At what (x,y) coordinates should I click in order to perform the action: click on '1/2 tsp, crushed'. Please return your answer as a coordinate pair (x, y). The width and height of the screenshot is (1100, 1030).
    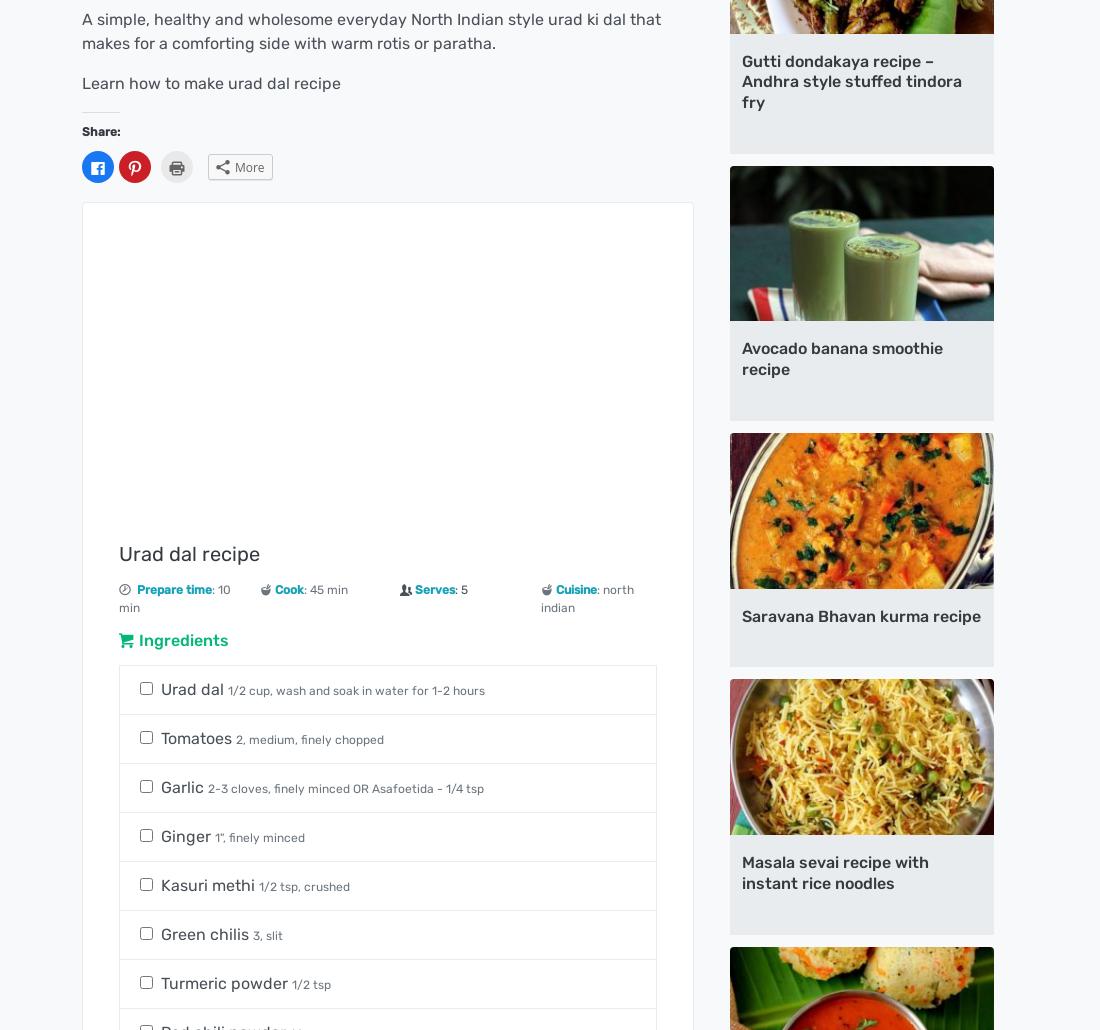
    Looking at the image, I should click on (303, 886).